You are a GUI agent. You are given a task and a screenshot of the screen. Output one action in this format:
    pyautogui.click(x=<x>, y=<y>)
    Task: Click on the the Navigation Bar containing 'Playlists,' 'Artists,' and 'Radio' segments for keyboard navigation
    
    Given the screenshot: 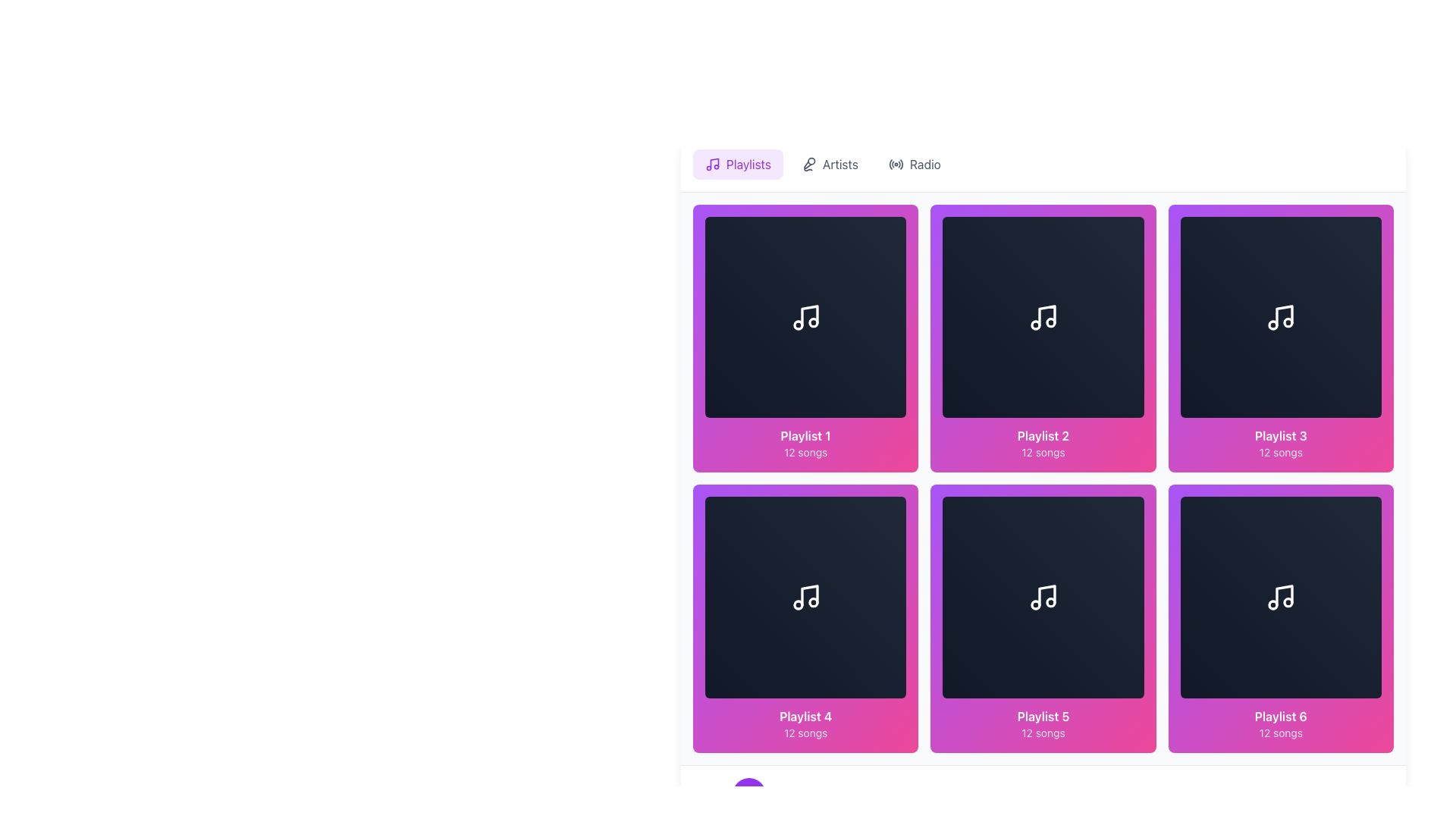 What is the action you would take?
    pyautogui.click(x=1043, y=164)
    